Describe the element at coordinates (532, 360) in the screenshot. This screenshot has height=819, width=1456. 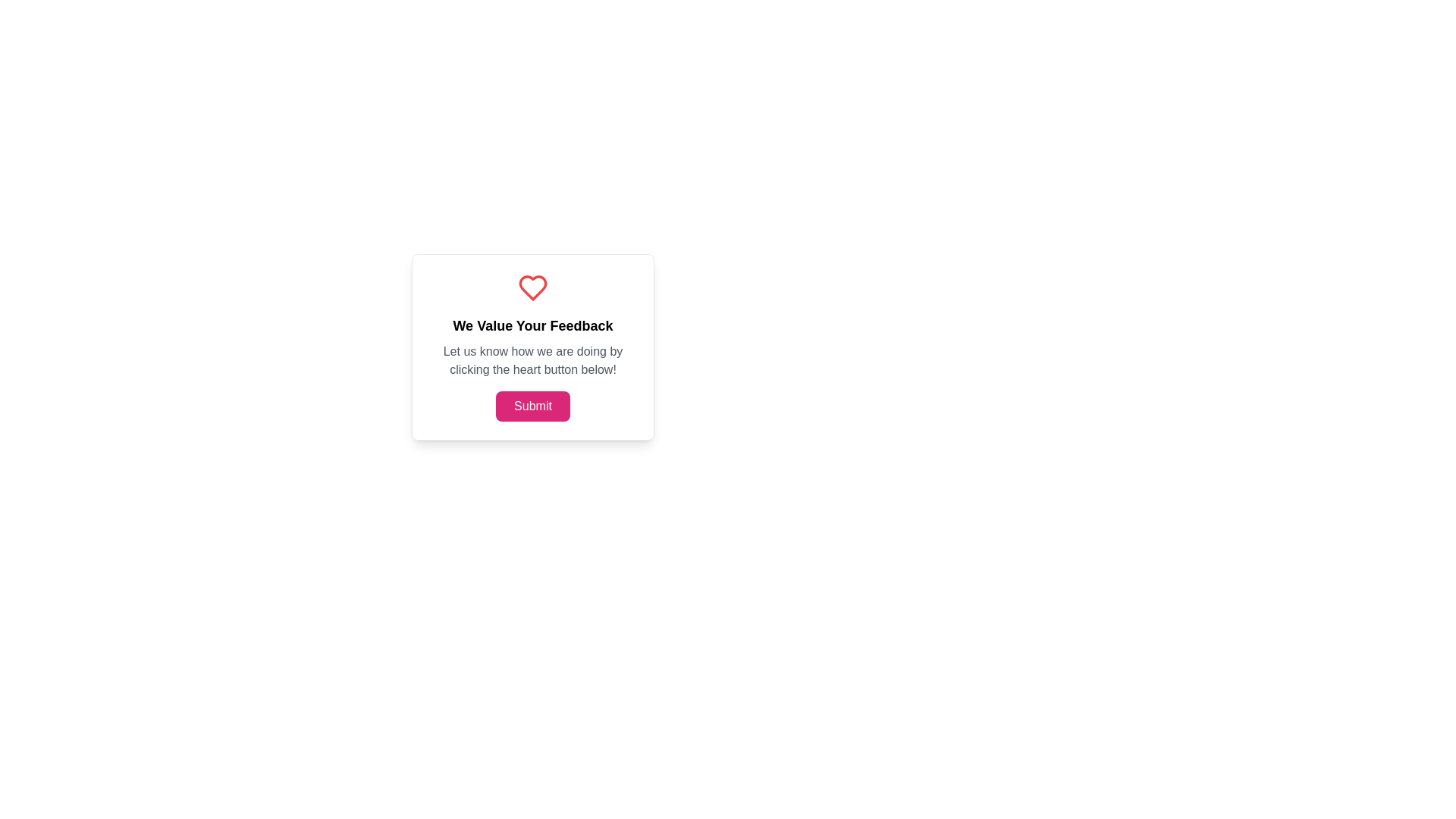
I see `the text block that provides instructions for user feedback, located below the heading 'We Value Your Feedback' and above the pink 'Submit' button` at that location.